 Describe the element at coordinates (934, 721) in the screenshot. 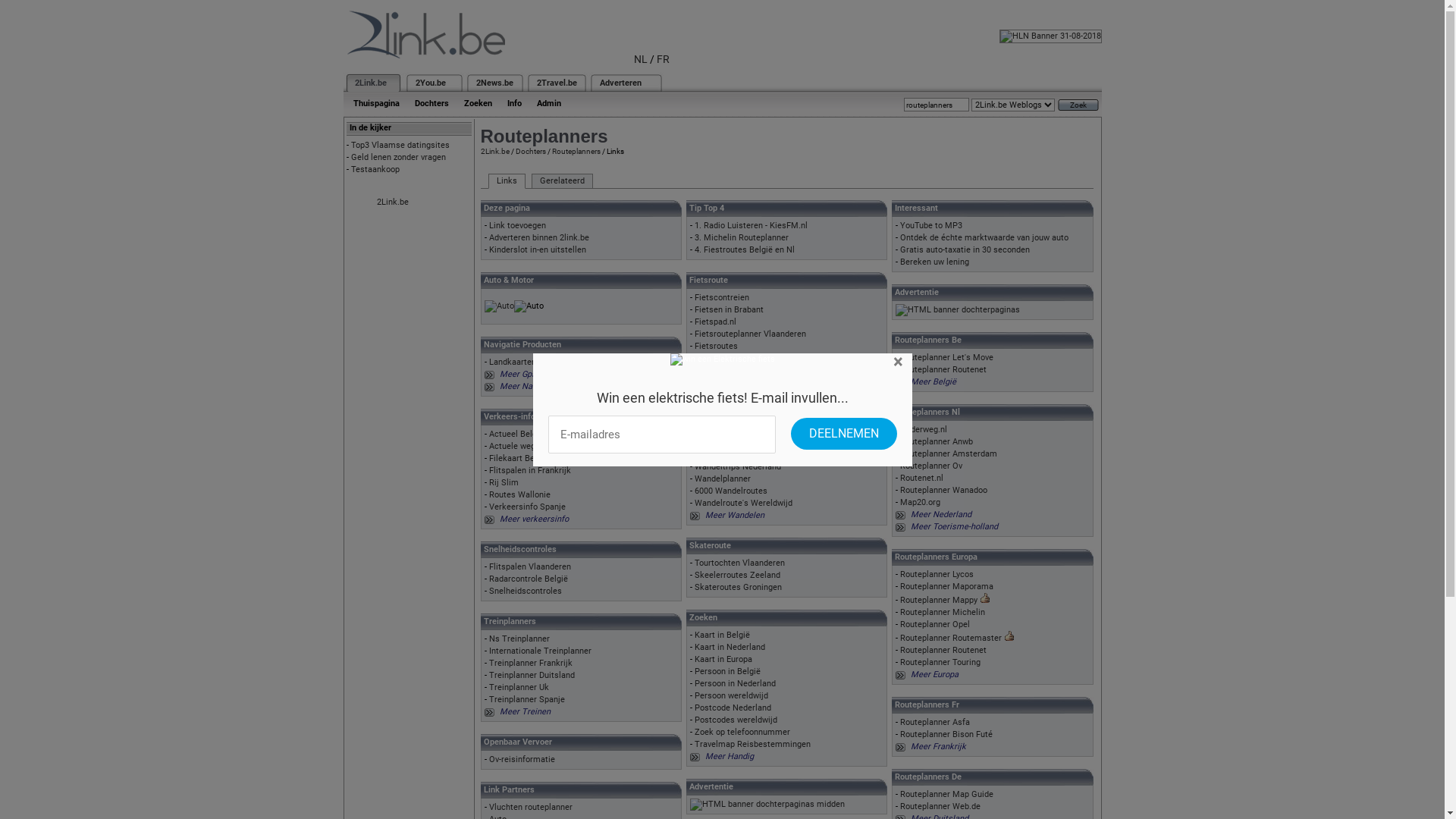

I see `'Routeplanner Asfa'` at that location.